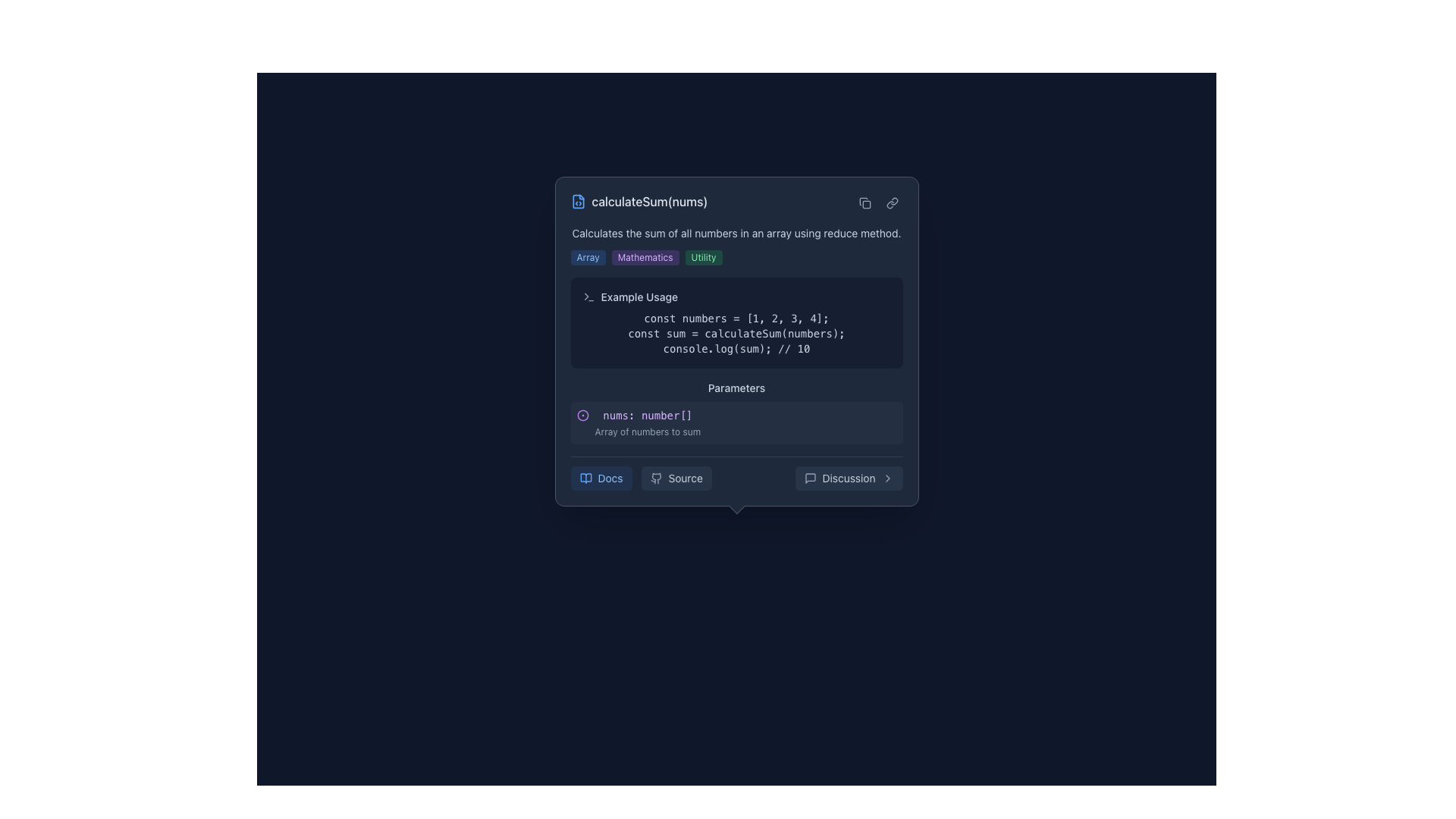  I want to click on the static text label indicating the parameter type for the function, located in the 'Parameters' section above the text 'Array of numbers to sum', so click(648, 415).